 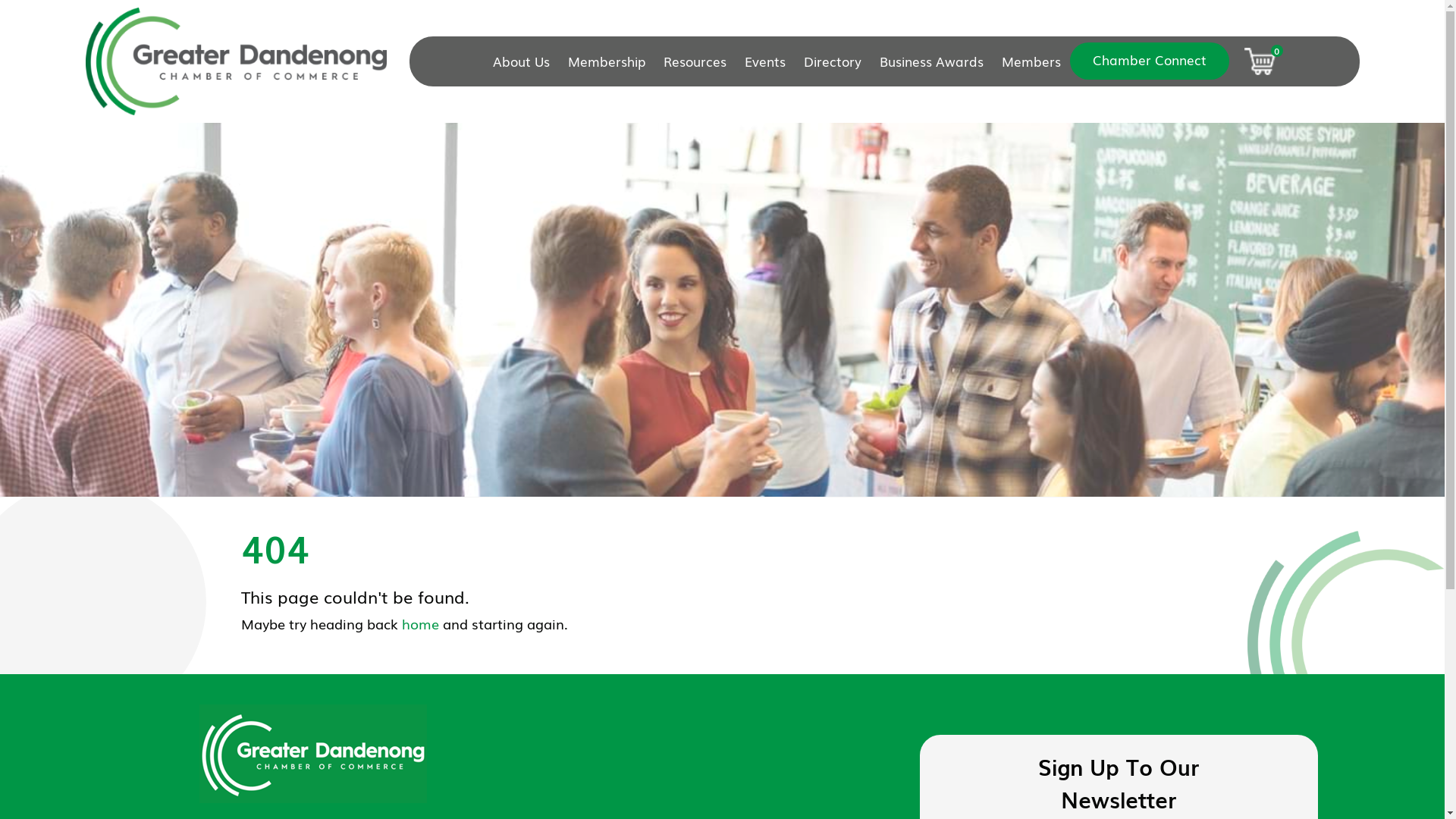 What do you see at coordinates (764, 61) in the screenshot?
I see `'Events'` at bounding box center [764, 61].